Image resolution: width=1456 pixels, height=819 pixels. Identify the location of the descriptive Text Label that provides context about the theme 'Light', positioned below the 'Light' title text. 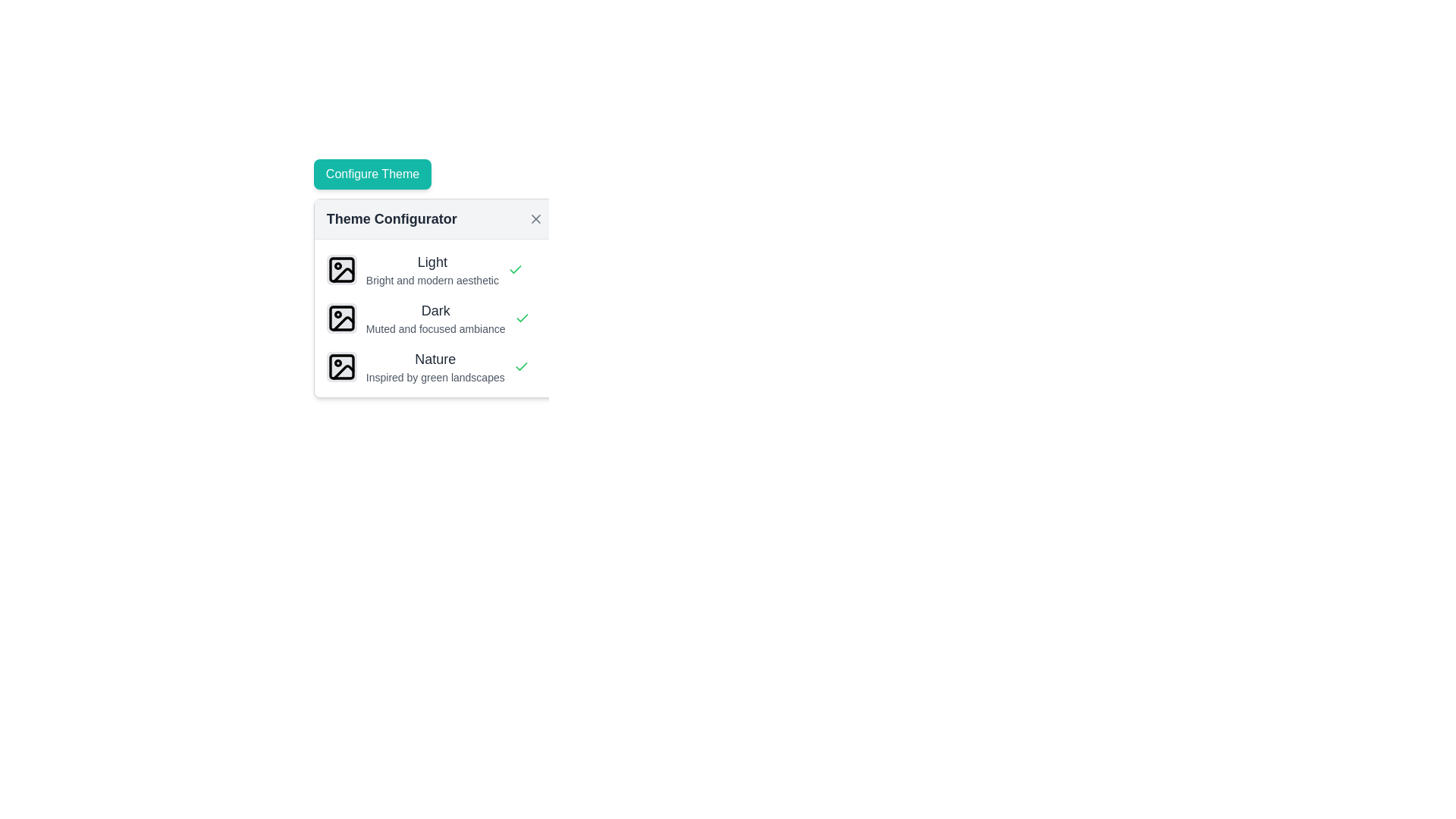
(431, 281).